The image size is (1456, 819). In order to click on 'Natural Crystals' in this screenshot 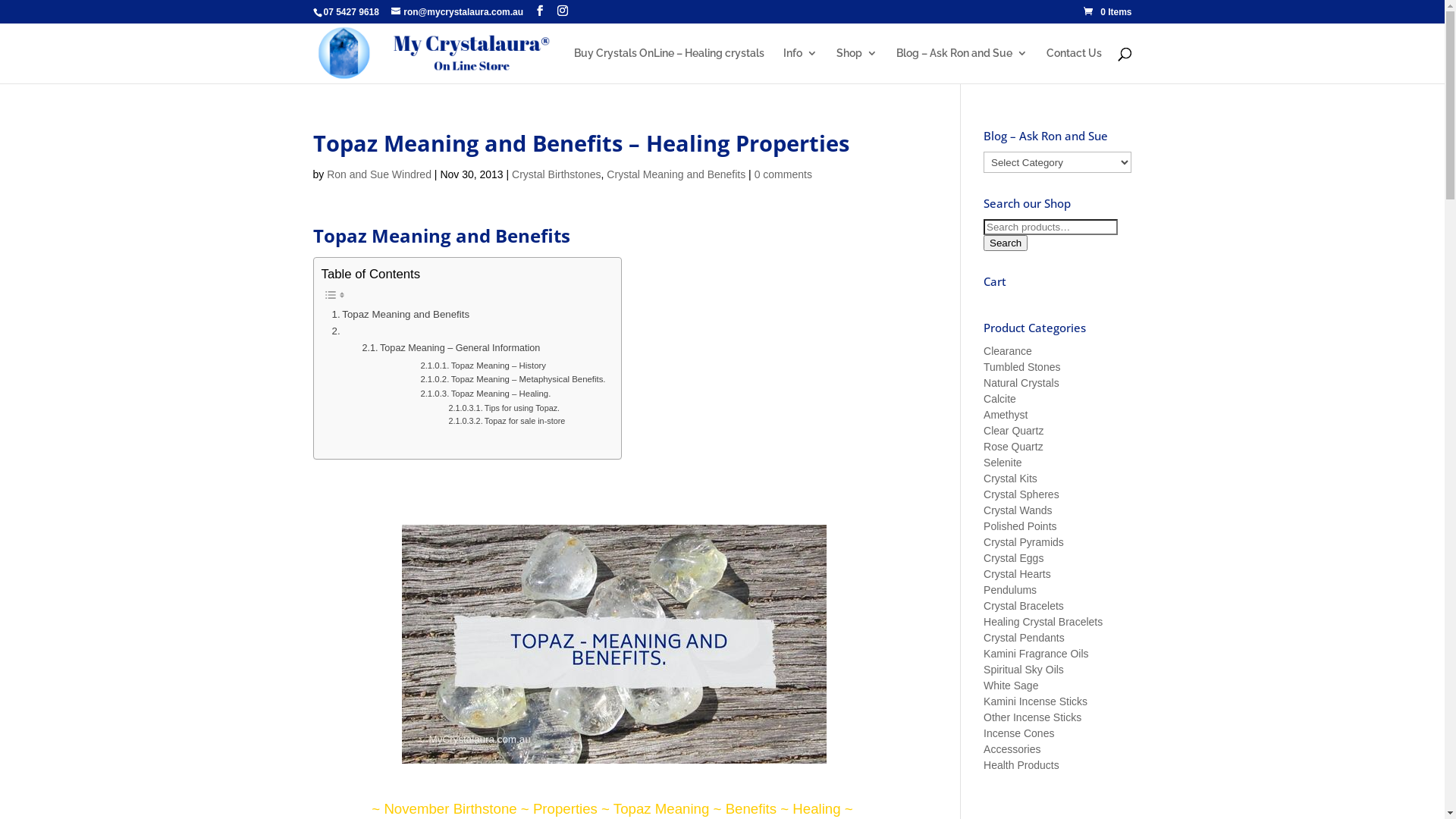, I will do `click(1021, 382)`.